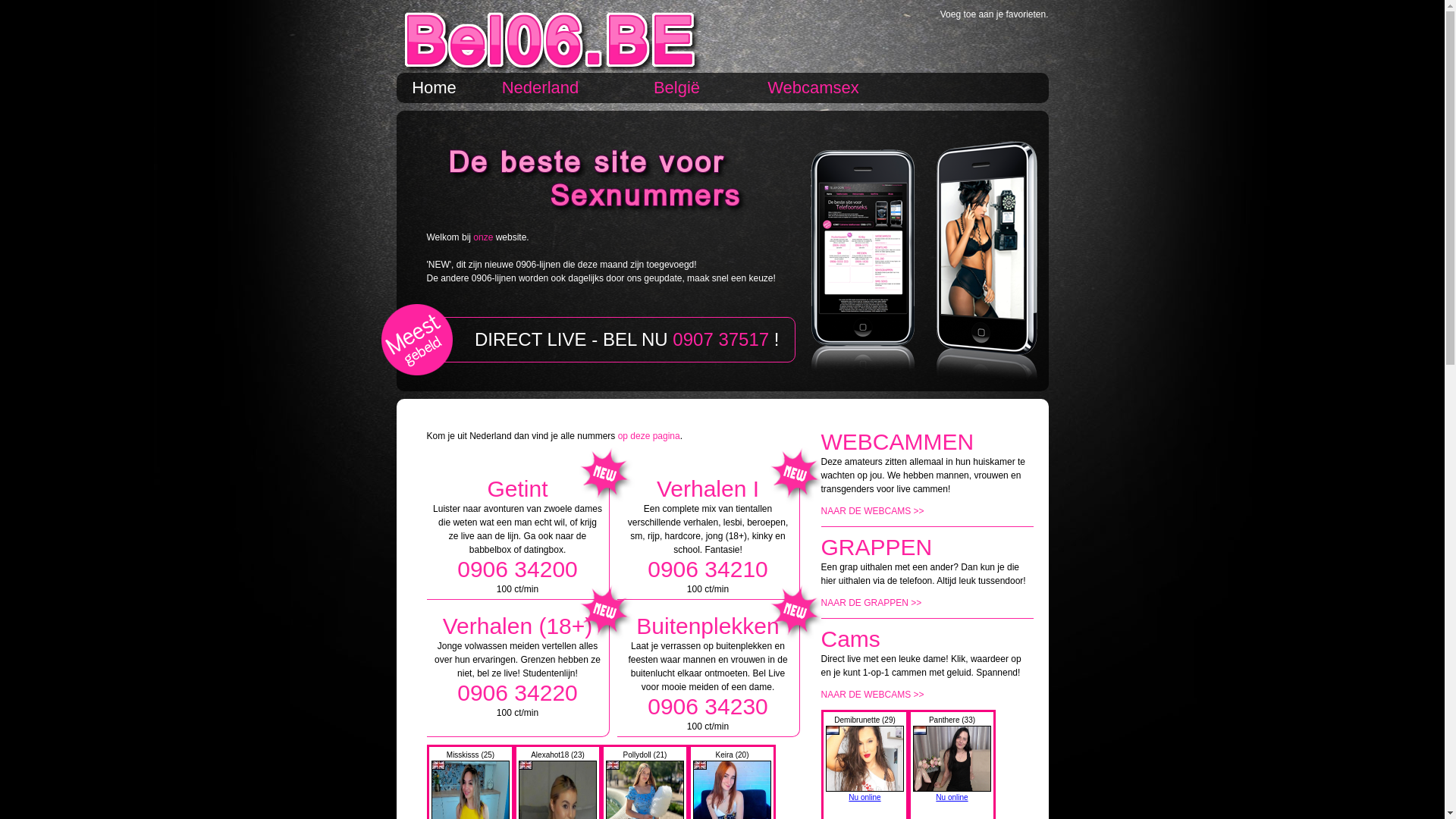 The image size is (1456, 819). Describe the element at coordinates (482, 237) in the screenshot. I see `'onze'` at that location.